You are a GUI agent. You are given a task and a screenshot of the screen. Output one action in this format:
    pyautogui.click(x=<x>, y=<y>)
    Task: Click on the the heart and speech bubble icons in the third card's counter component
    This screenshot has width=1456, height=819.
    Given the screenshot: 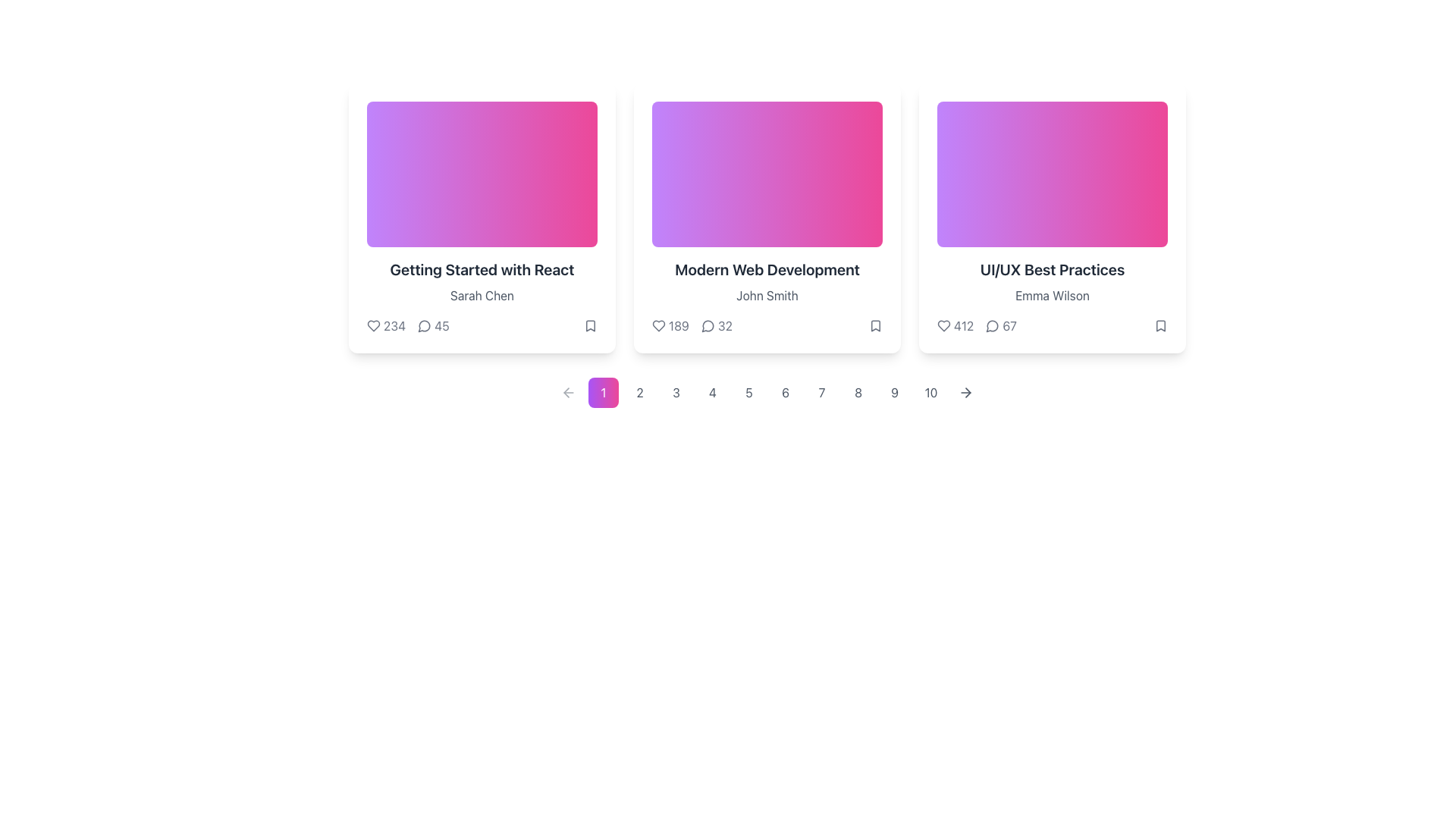 What is the action you would take?
    pyautogui.click(x=977, y=325)
    